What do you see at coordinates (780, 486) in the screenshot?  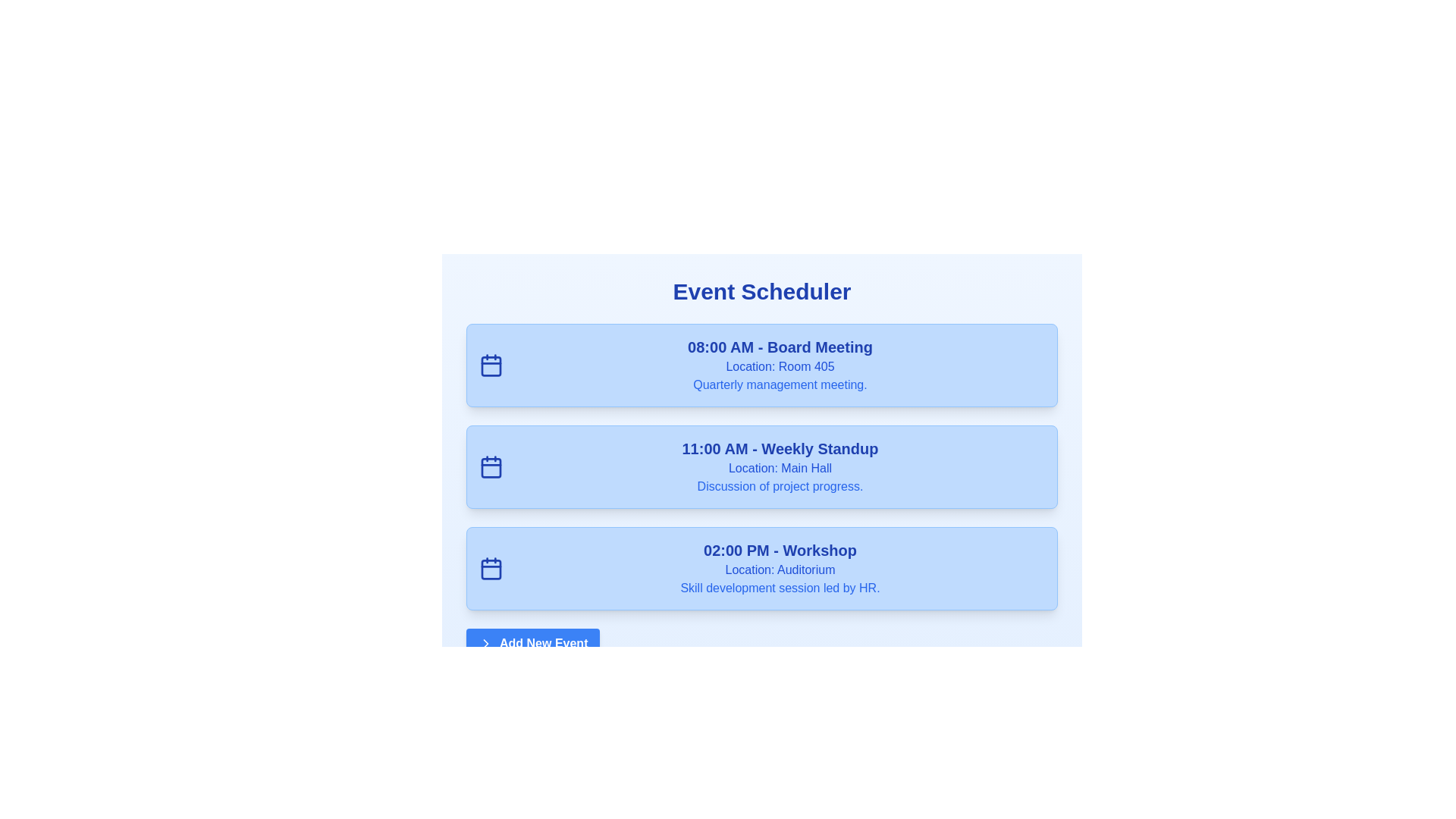 I see `the text fragment that says 'Discussion of project progress.' located underneath the '11:00 AM - Weekly Standup' heading in the scheduled event block` at bounding box center [780, 486].